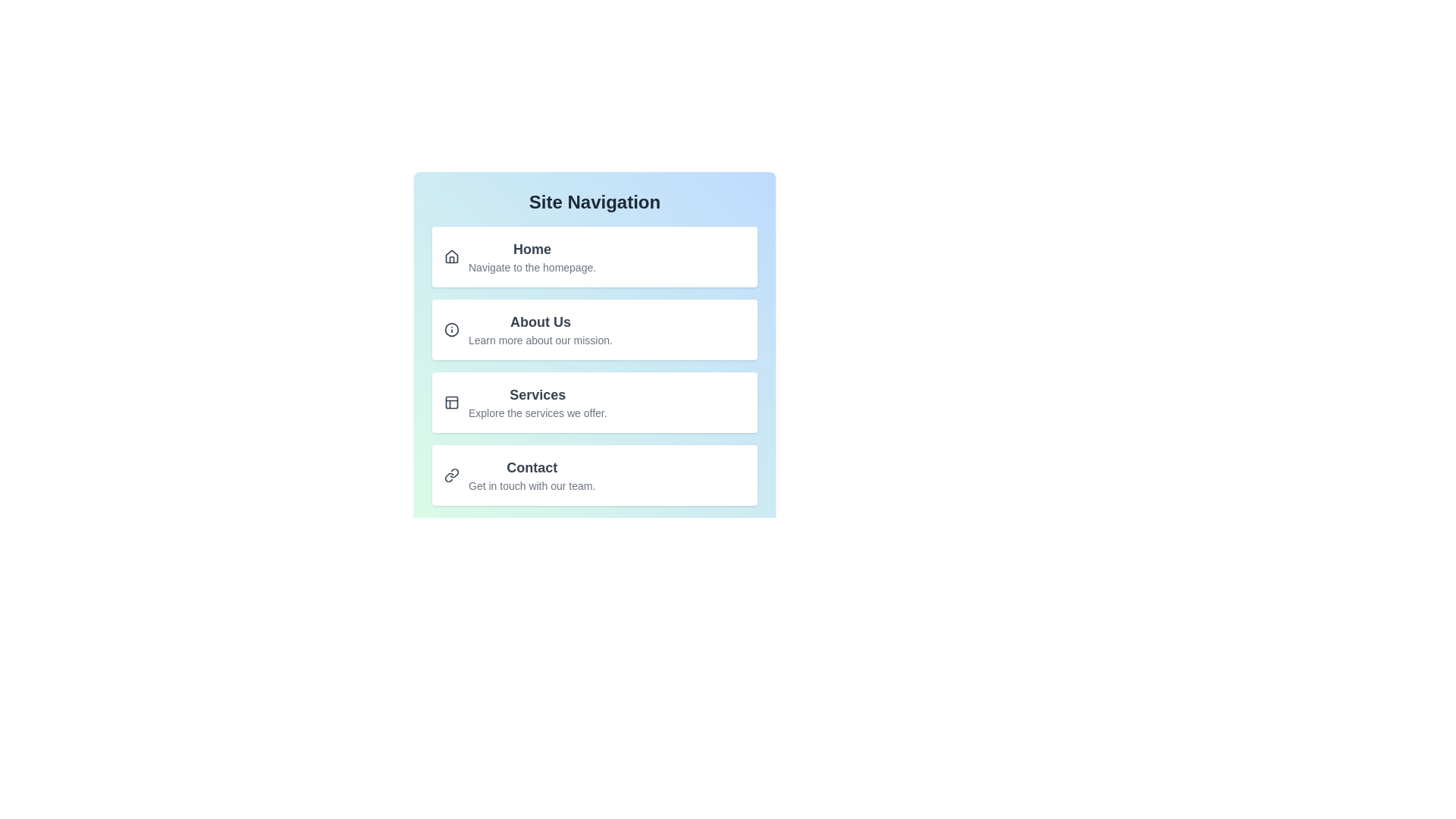 The image size is (1456, 819). I want to click on the 'About Us' navigation item, which provides an overview of the site's mission, positioned between 'Home' and 'Services' in the Site Navigation list, so click(540, 329).